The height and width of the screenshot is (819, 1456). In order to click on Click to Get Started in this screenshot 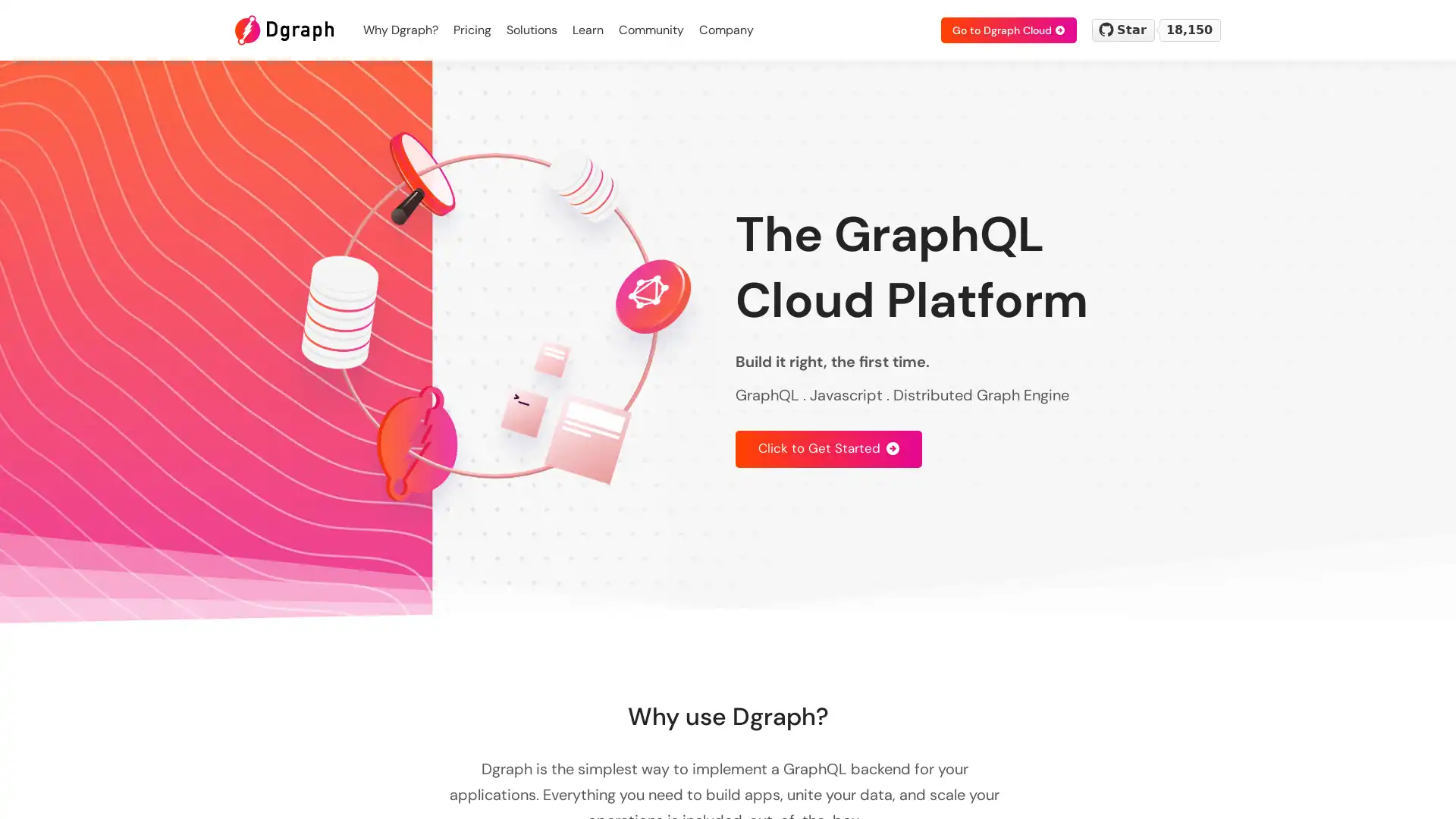, I will do `click(828, 447)`.